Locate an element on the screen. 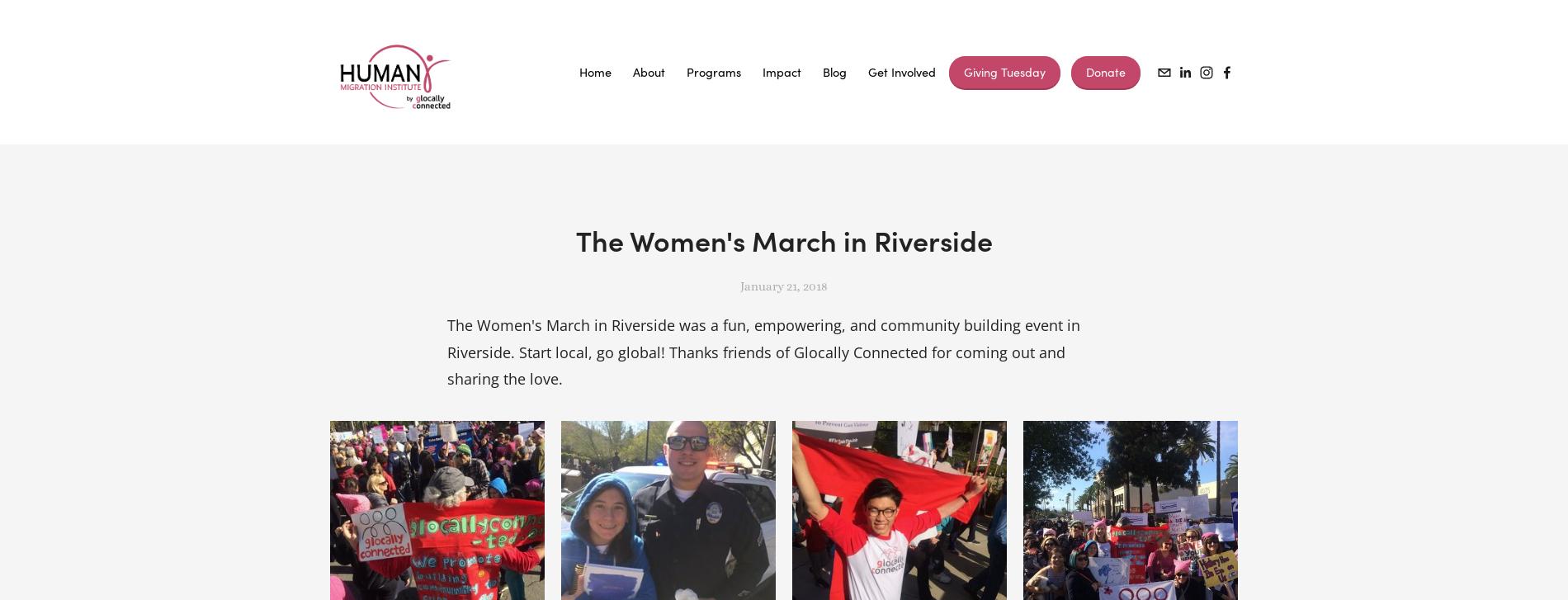 The height and width of the screenshot is (600, 1568). 'Blog' is located at coordinates (822, 72).